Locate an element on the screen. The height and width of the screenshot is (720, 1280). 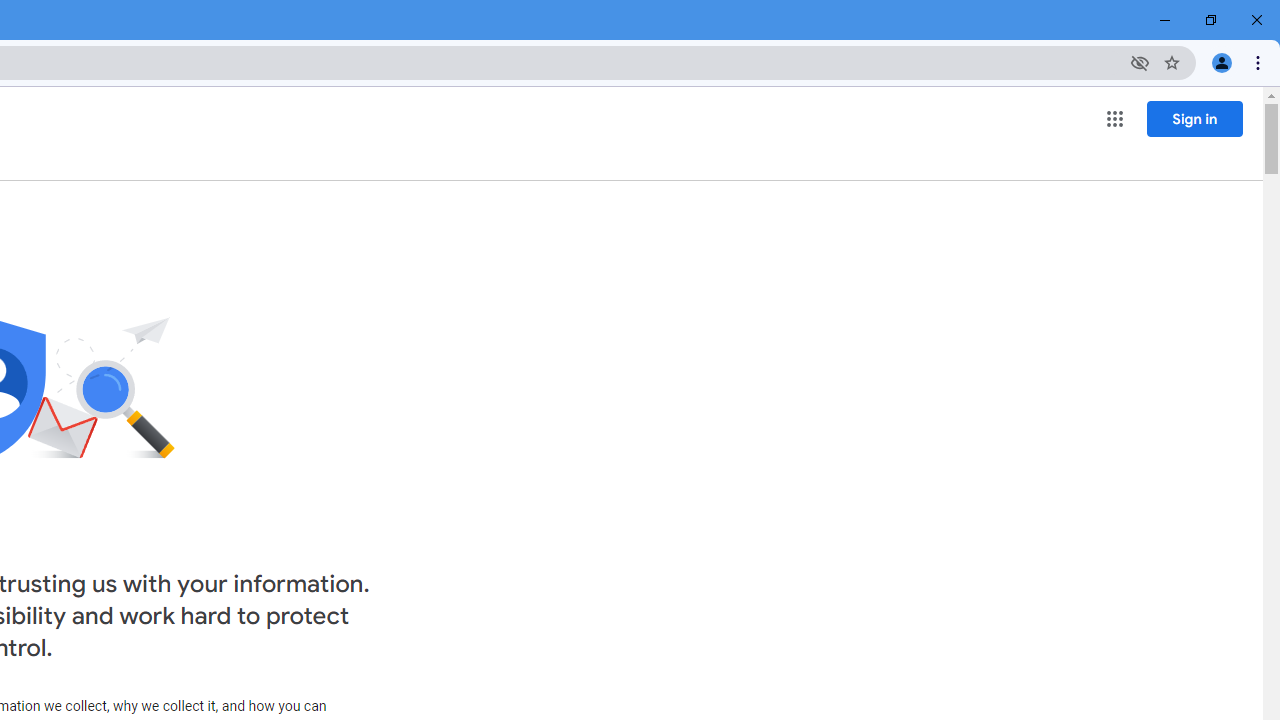
'Third-party cookies blocked' is located at coordinates (1139, 61).